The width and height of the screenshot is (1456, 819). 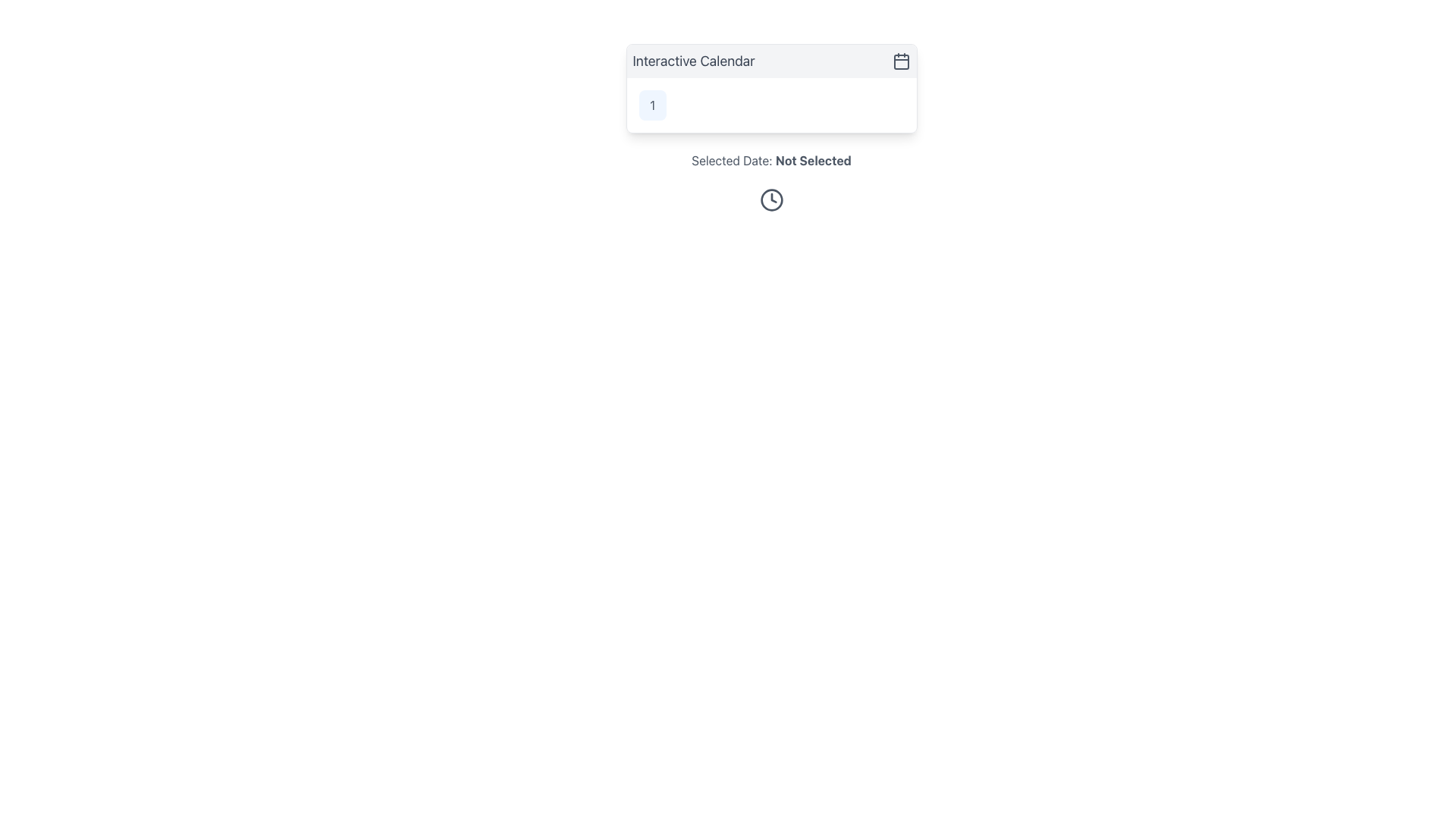 What do you see at coordinates (901, 61) in the screenshot?
I see `the central decorative component of the calendar icon, which is surrounded by other decorative lines and shapes` at bounding box center [901, 61].